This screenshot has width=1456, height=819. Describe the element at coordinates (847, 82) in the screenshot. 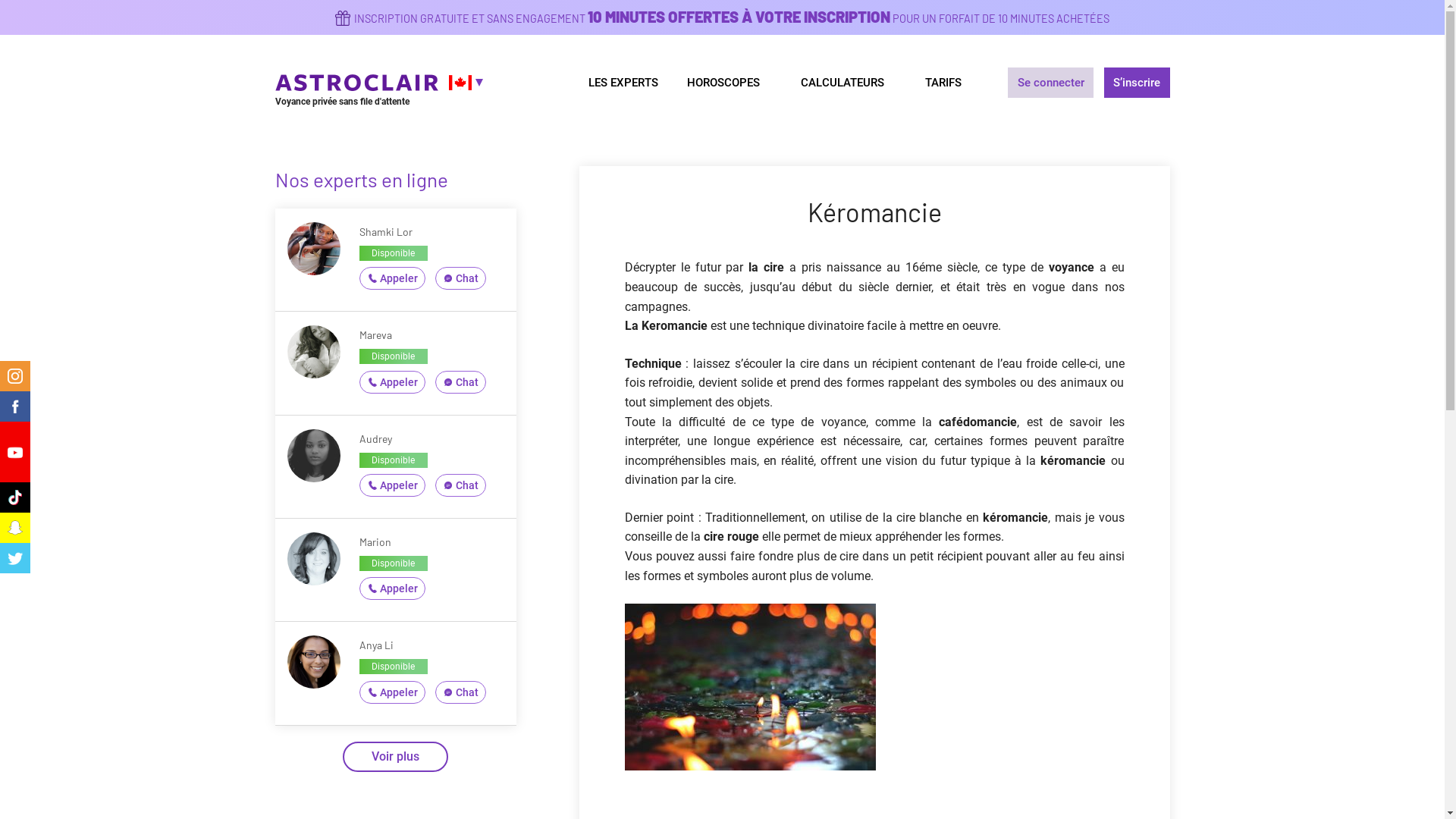

I see `'CALCULATEURS'` at that location.